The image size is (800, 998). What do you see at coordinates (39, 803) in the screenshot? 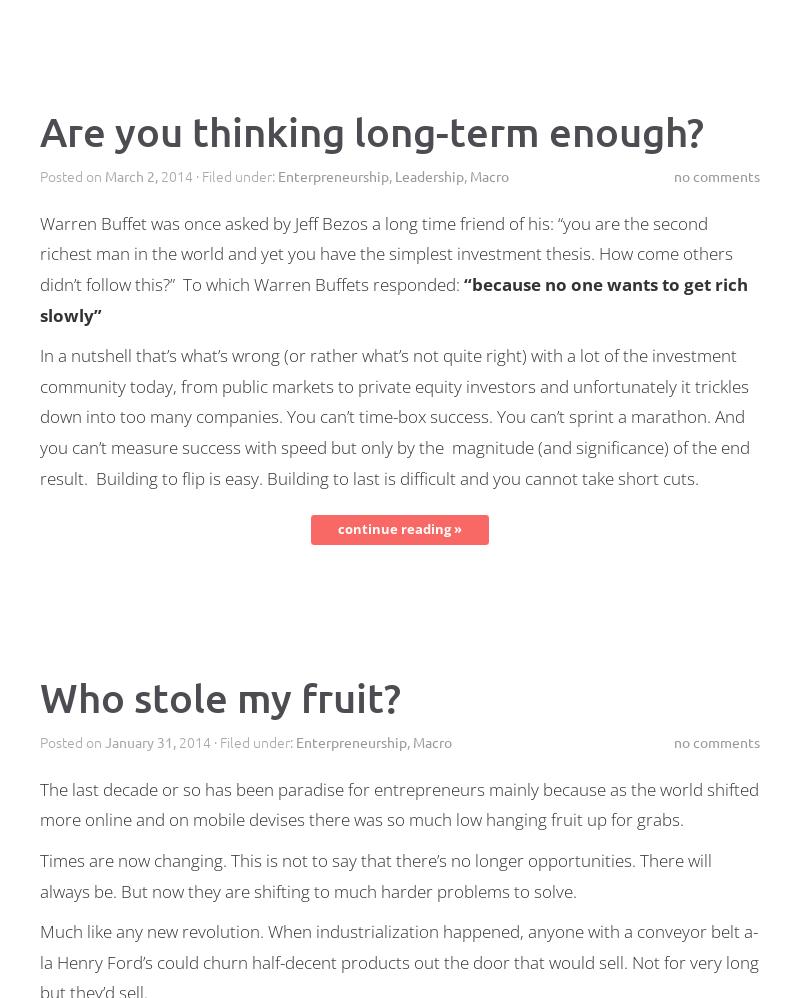
I see `'The last decade or so has been paradise for entrepreneurs mainly because as the world shifted more online and on mobile devises there was so much low hanging fruit up for grabs.'` at bounding box center [39, 803].